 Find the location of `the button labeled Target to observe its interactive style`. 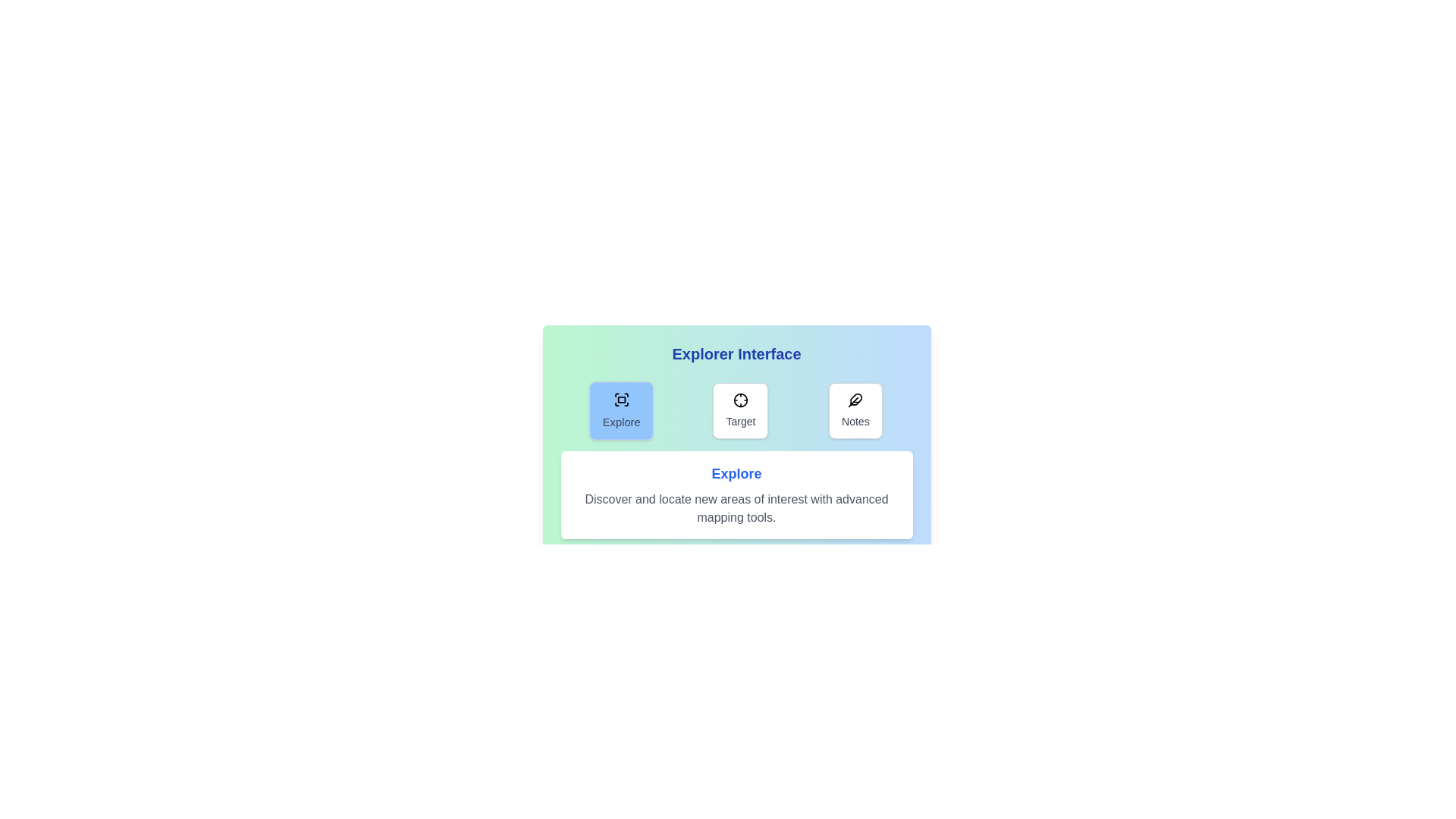

the button labeled Target to observe its interactive style is located at coordinates (740, 411).